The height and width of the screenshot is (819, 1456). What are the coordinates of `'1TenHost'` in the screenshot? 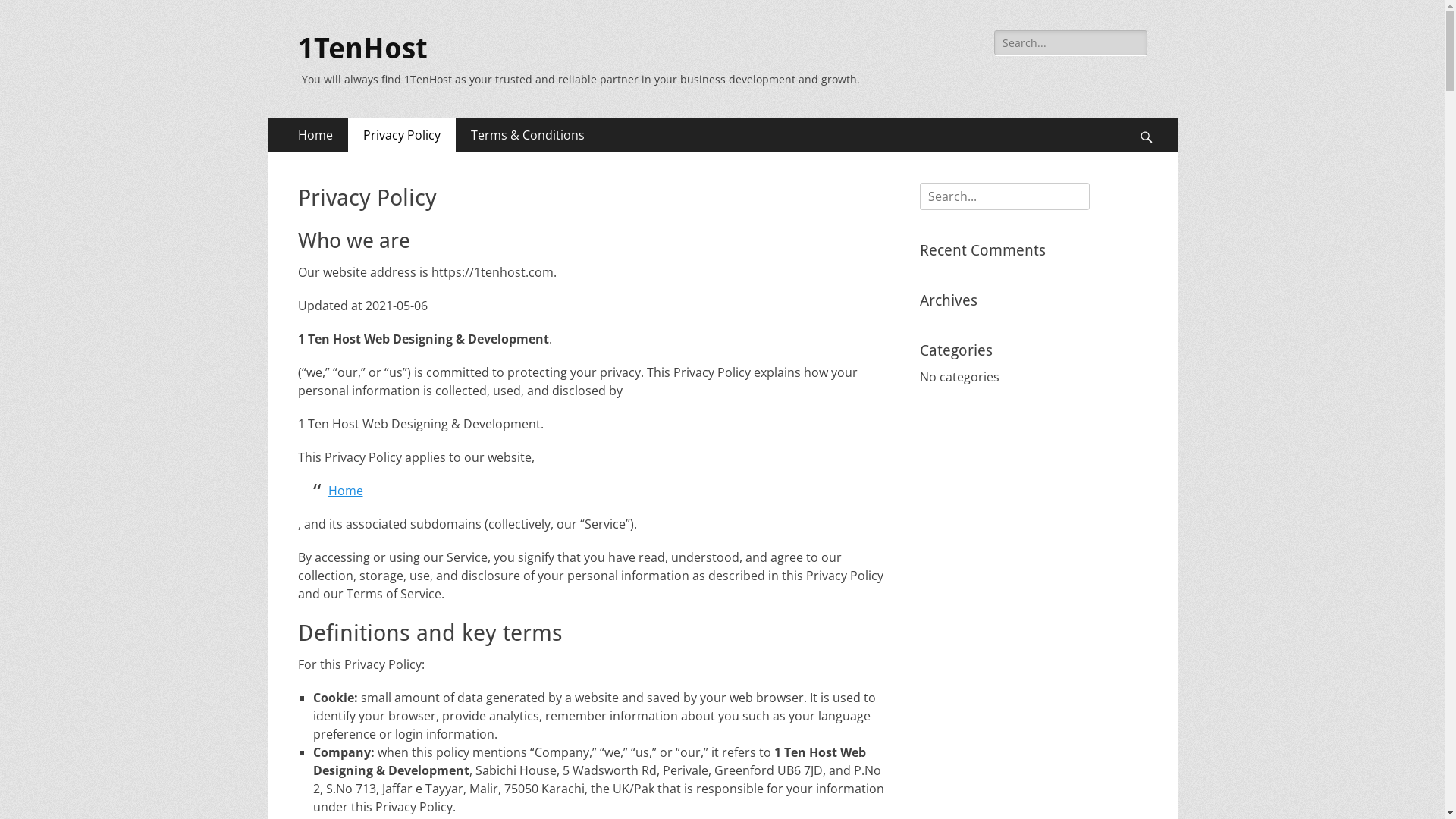 It's located at (361, 48).